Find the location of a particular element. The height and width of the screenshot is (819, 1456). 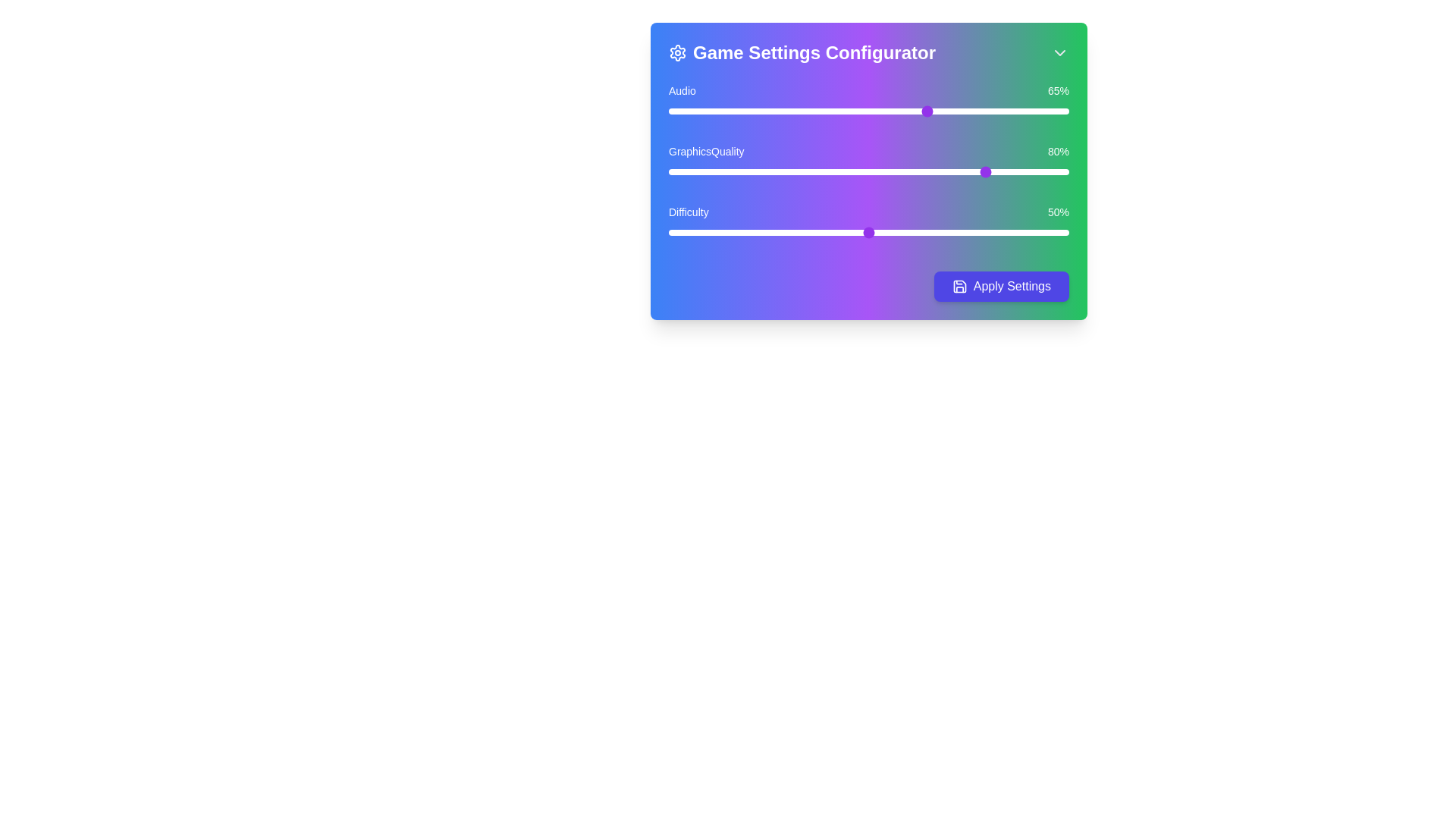

Graphics Quality is located at coordinates (857, 171).